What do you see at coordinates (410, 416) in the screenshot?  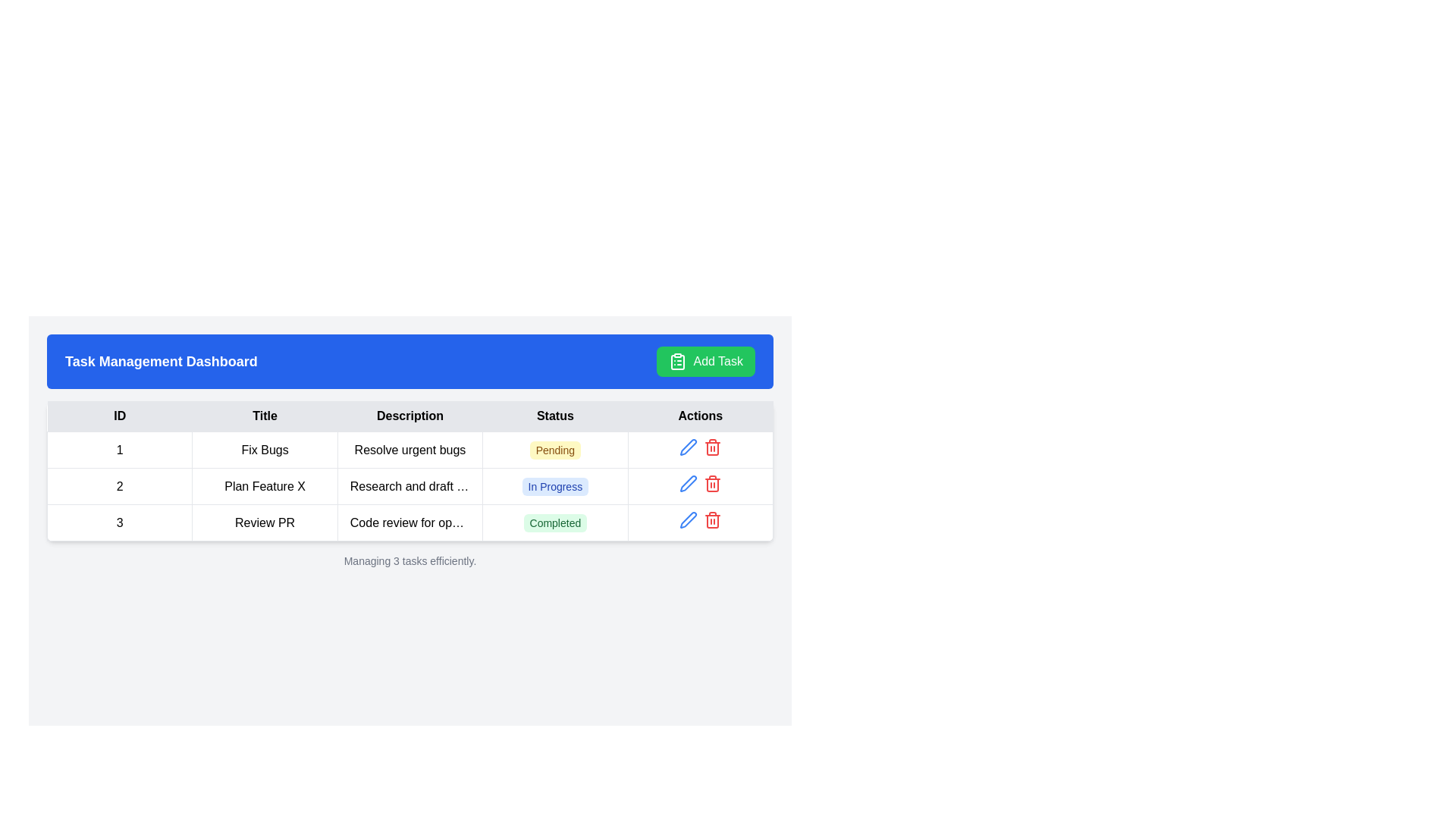 I see `'Description' column header, which is the third column header in the table, positioned between 'Title' and 'Status'` at bounding box center [410, 416].